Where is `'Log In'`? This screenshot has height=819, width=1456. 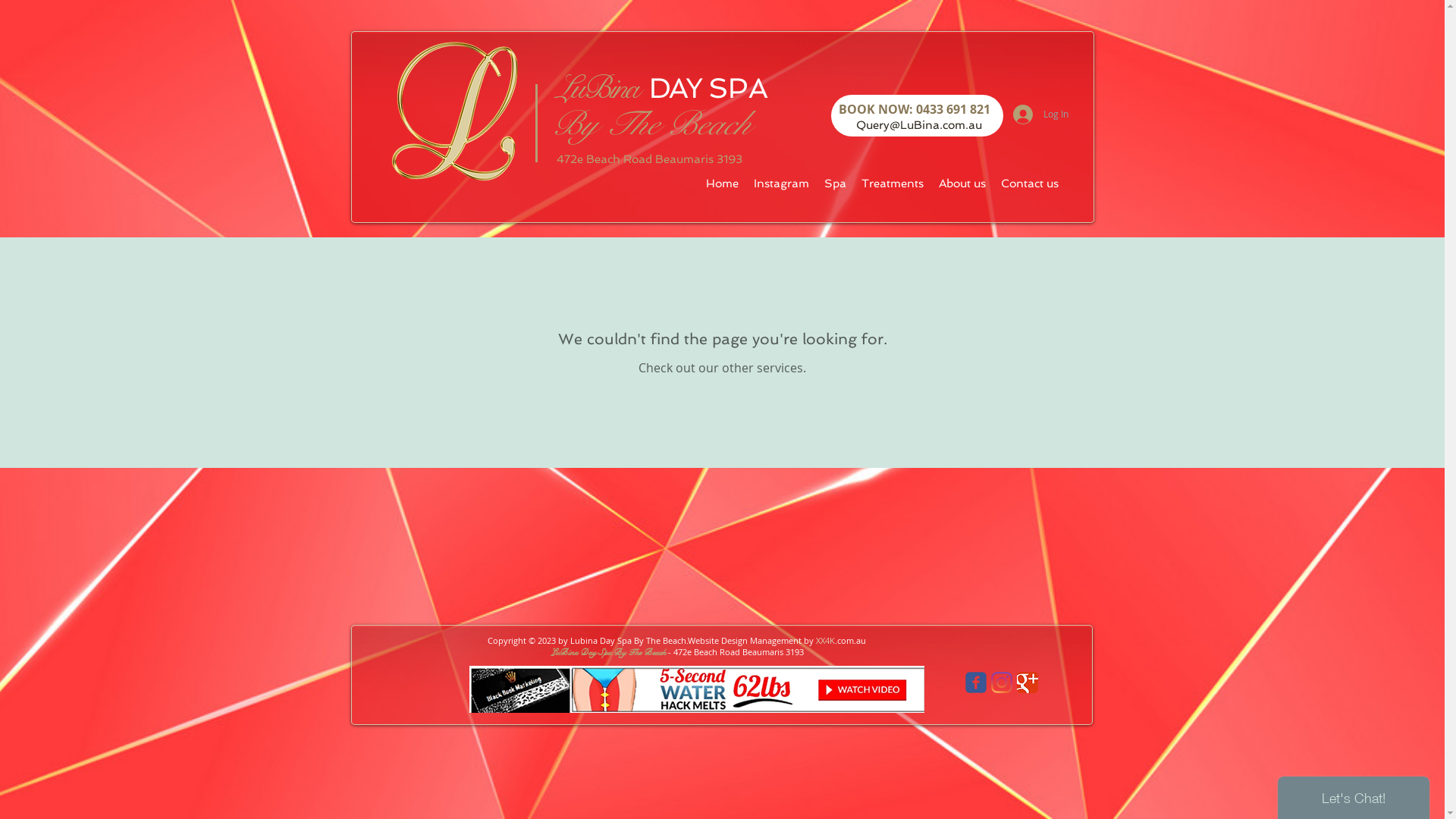 'Log In' is located at coordinates (1040, 113).